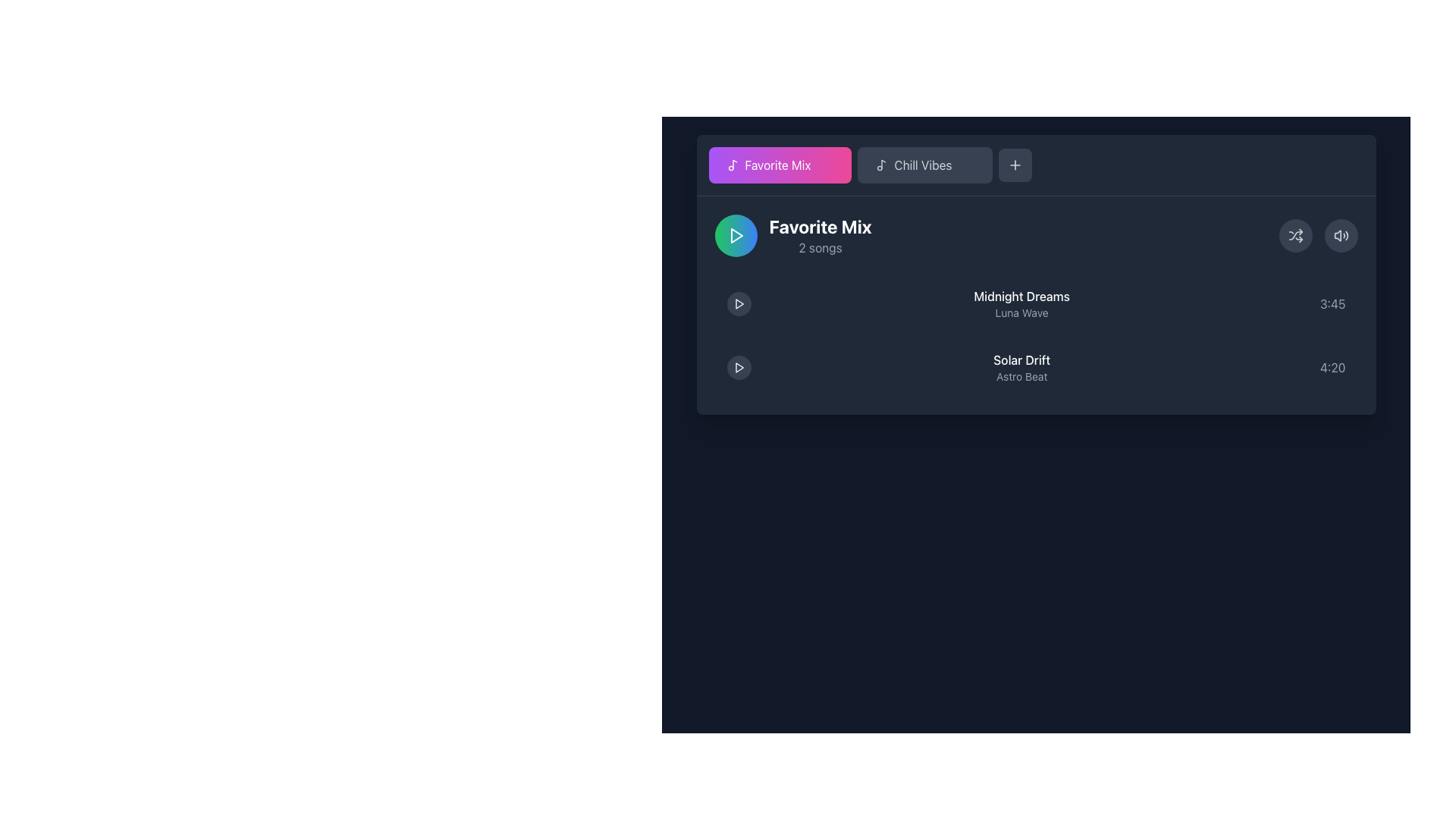  I want to click on the list item titled 'Midnight Dreams', so click(1035, 304).